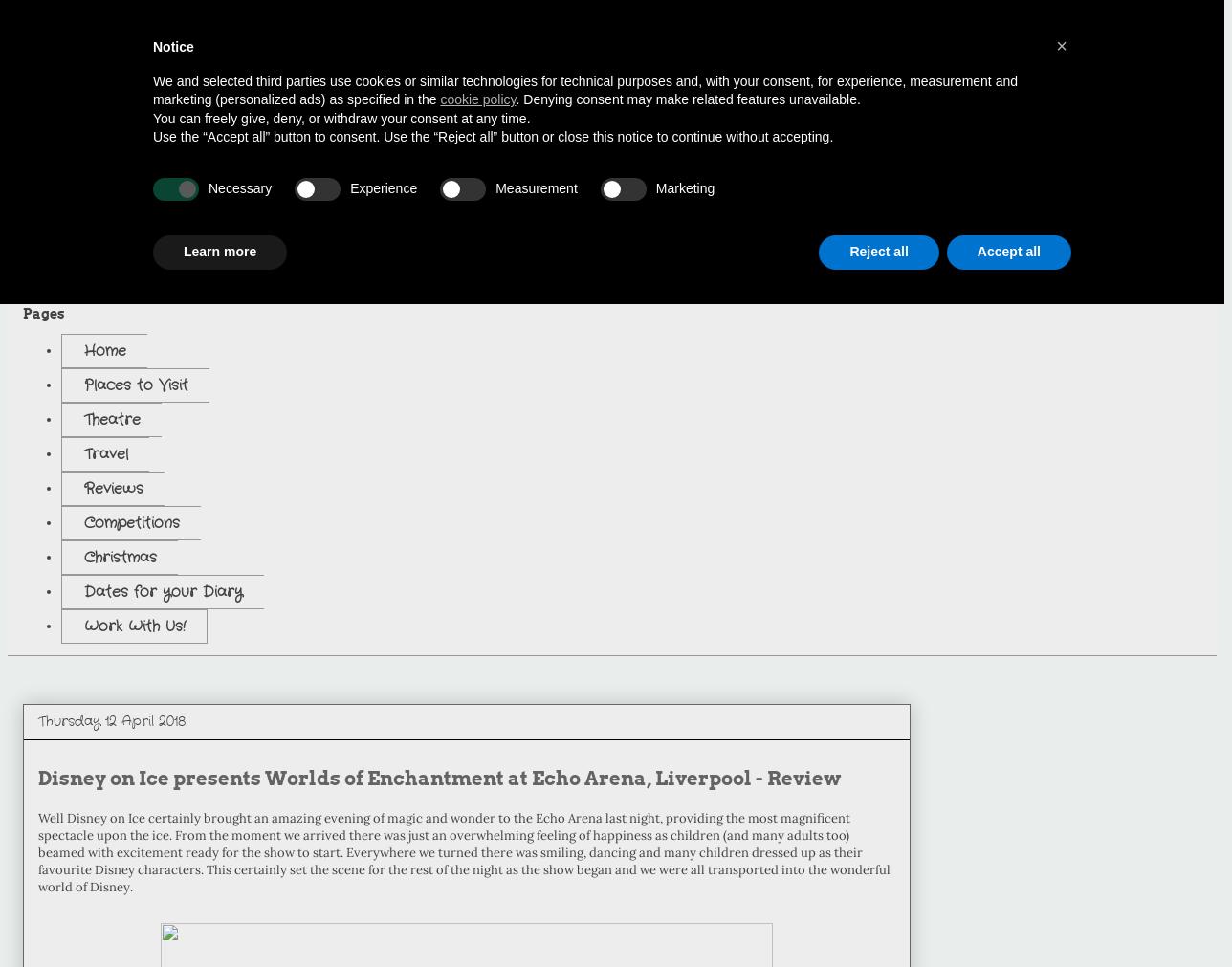  I want to click on 'cookie policy', so click(477, 99).